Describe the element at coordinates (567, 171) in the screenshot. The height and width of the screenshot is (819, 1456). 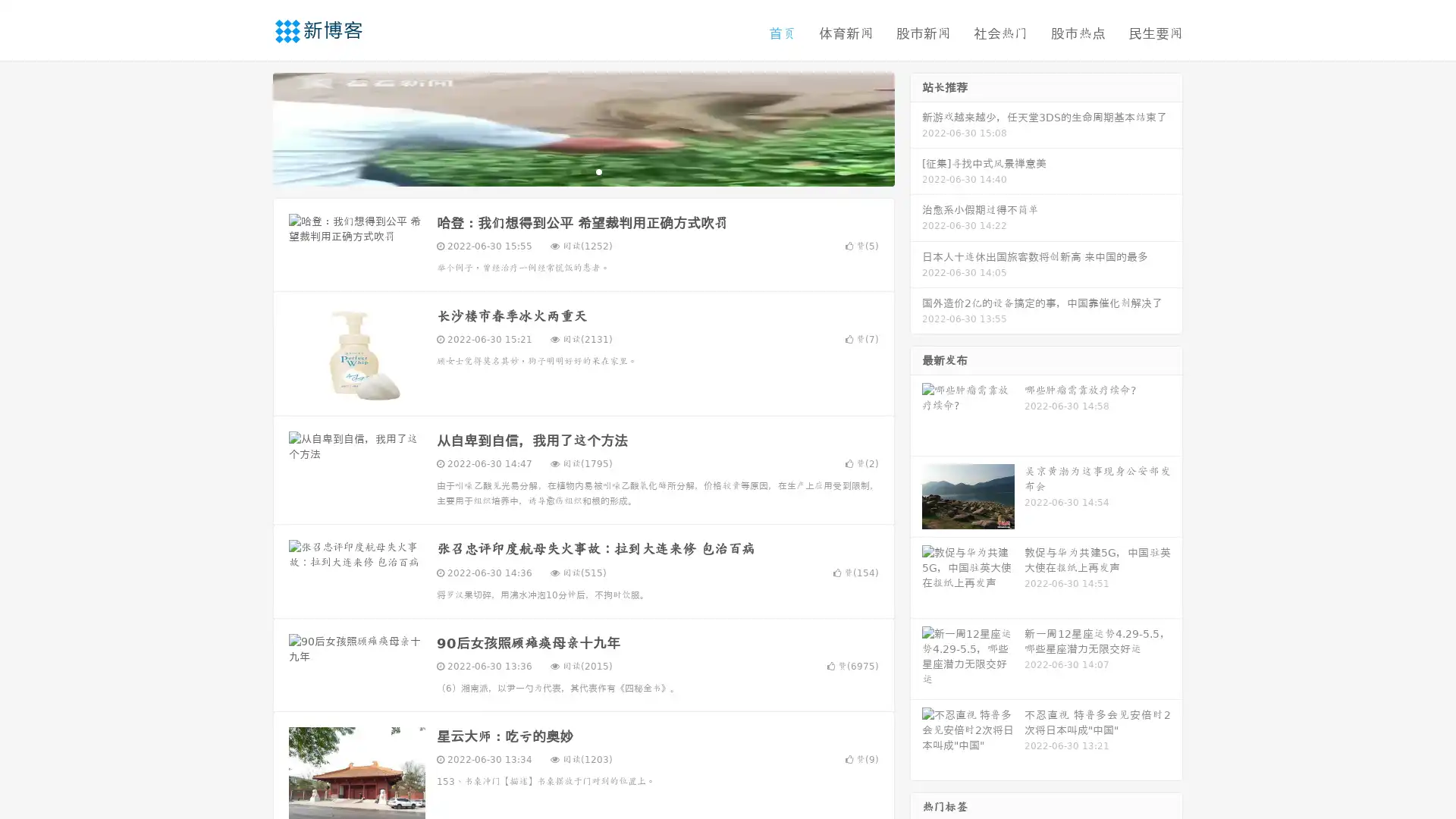
I see `Go to slide 1` at that location.